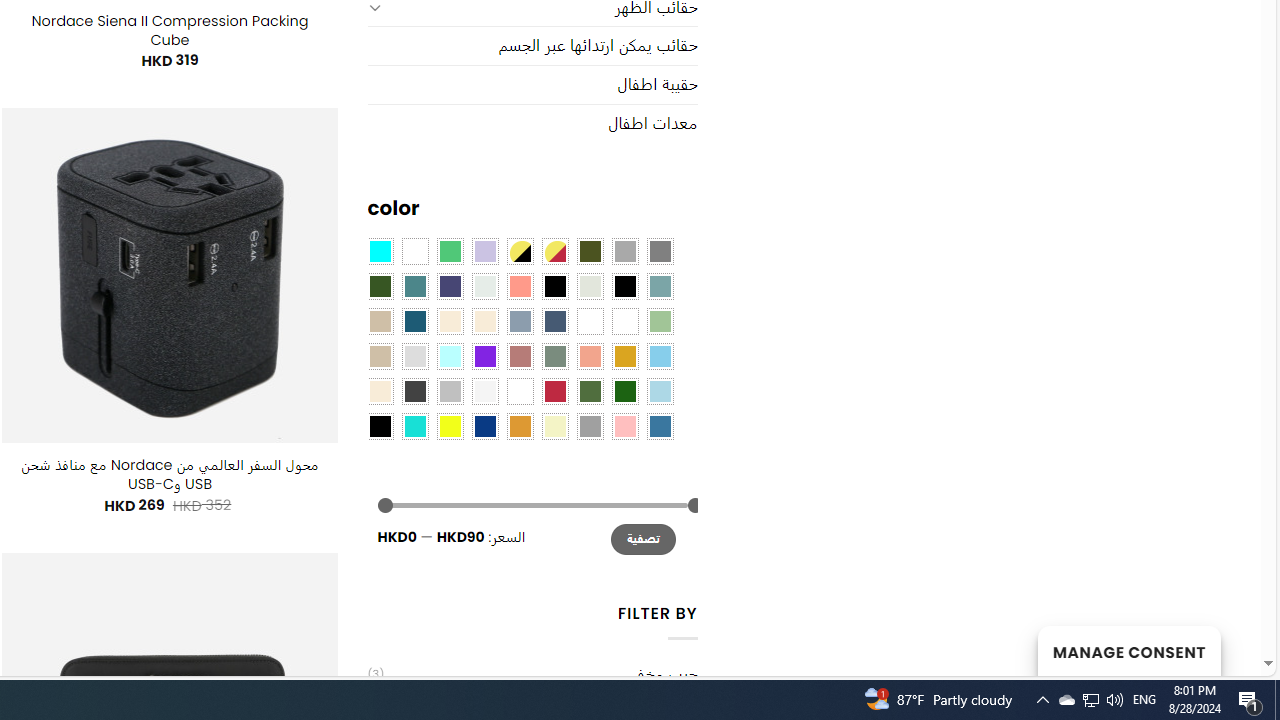 Image resolution: width=1280 pixels, height=720 pixels. Describe the element at coordinates (659, 285) in the screenshot. I see `'Blue Sage'` at that location.